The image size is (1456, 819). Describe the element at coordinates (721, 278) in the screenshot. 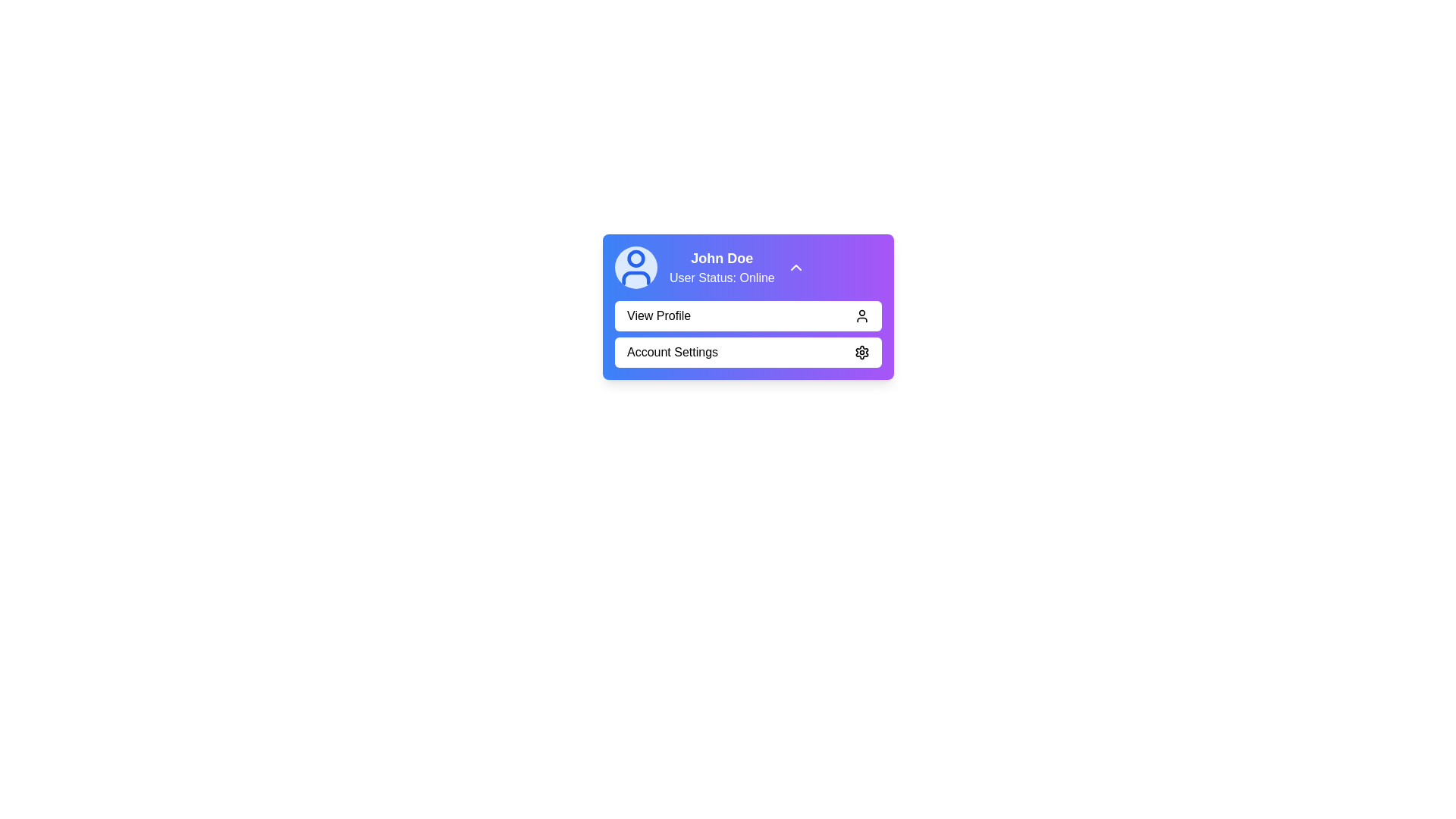

I see `the text label displaying 'User Status: Online' located beneath 'John Doe' within the user information card` at that location.